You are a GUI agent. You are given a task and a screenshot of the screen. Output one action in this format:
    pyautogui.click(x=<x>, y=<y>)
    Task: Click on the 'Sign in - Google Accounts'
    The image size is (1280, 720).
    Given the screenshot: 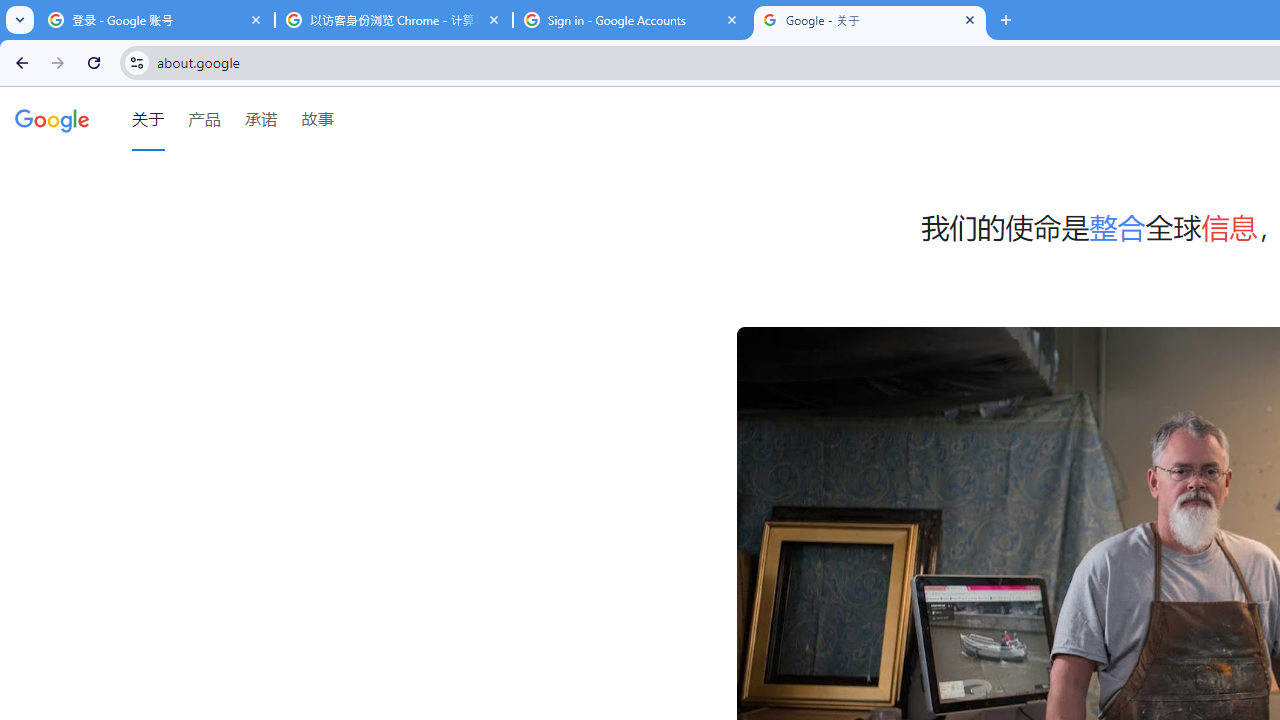 What is the action you would take?
    pyautogui.click(x=631, y=20)
    